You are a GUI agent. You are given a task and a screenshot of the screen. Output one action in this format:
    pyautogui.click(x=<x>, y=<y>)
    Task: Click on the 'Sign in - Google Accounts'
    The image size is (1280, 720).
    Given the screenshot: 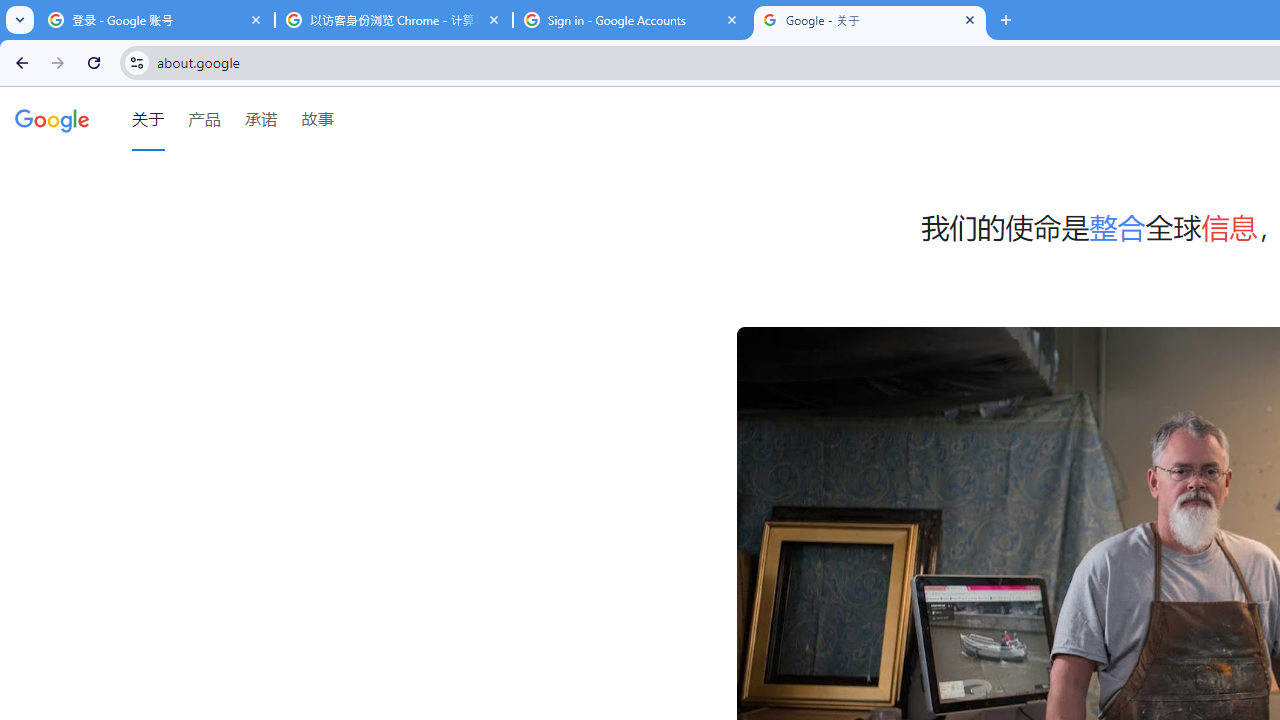 What is the action you would take?
    pyautogui.click(x=631, y=20)
    